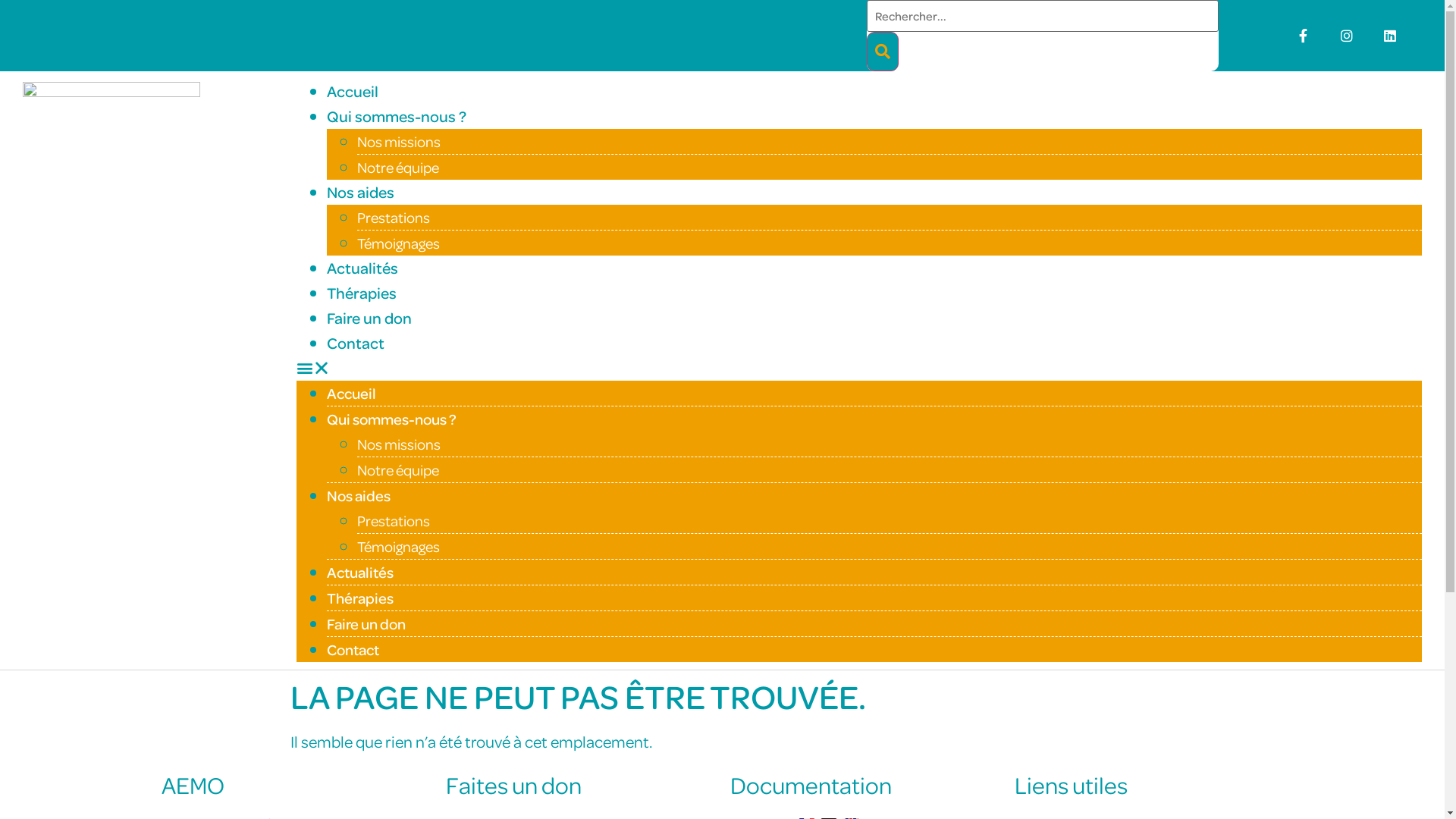 The width and height of the screenshot is (1456, 819). I want to click on 'Accueil', so click(350, 392).